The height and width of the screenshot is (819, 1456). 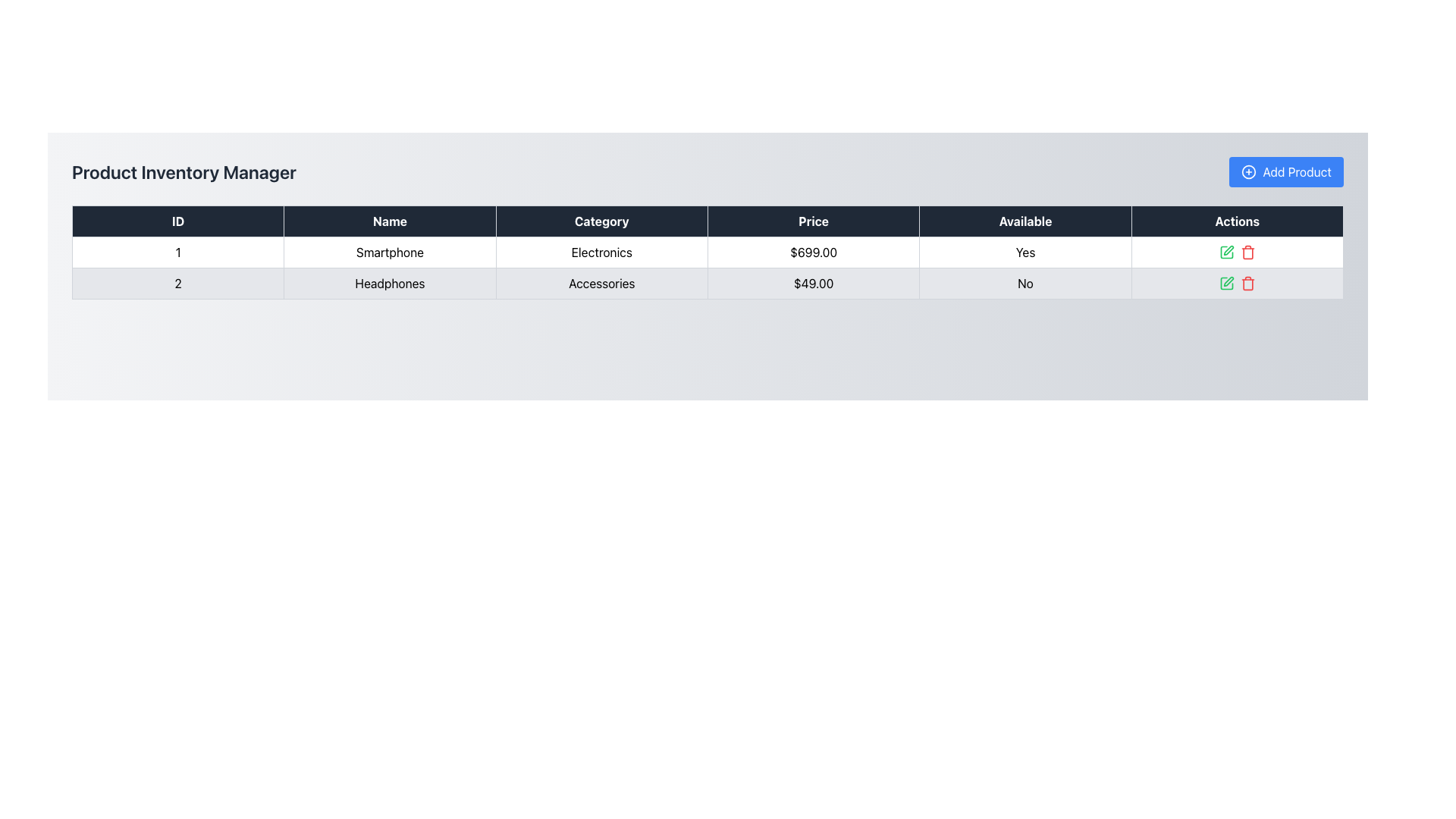 What do you see at coordinates (1228, 249) in the screenshot?
I see `the edit icon in the 'Actions' column of the second row in the product inventory table` at bounding box center [1228, 249].